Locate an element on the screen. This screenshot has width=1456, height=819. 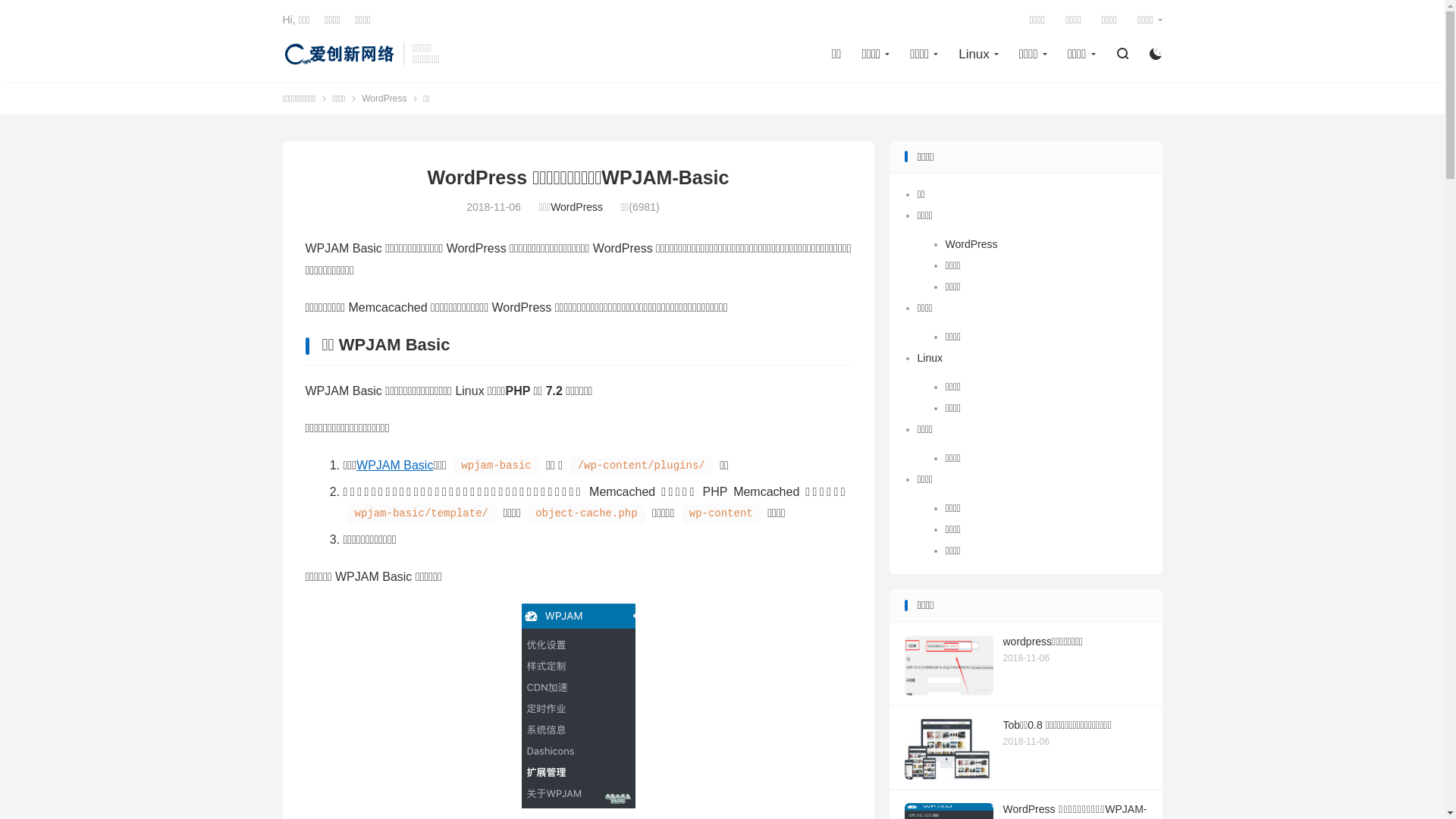
'Linux' is located at coordinates (929, 357).